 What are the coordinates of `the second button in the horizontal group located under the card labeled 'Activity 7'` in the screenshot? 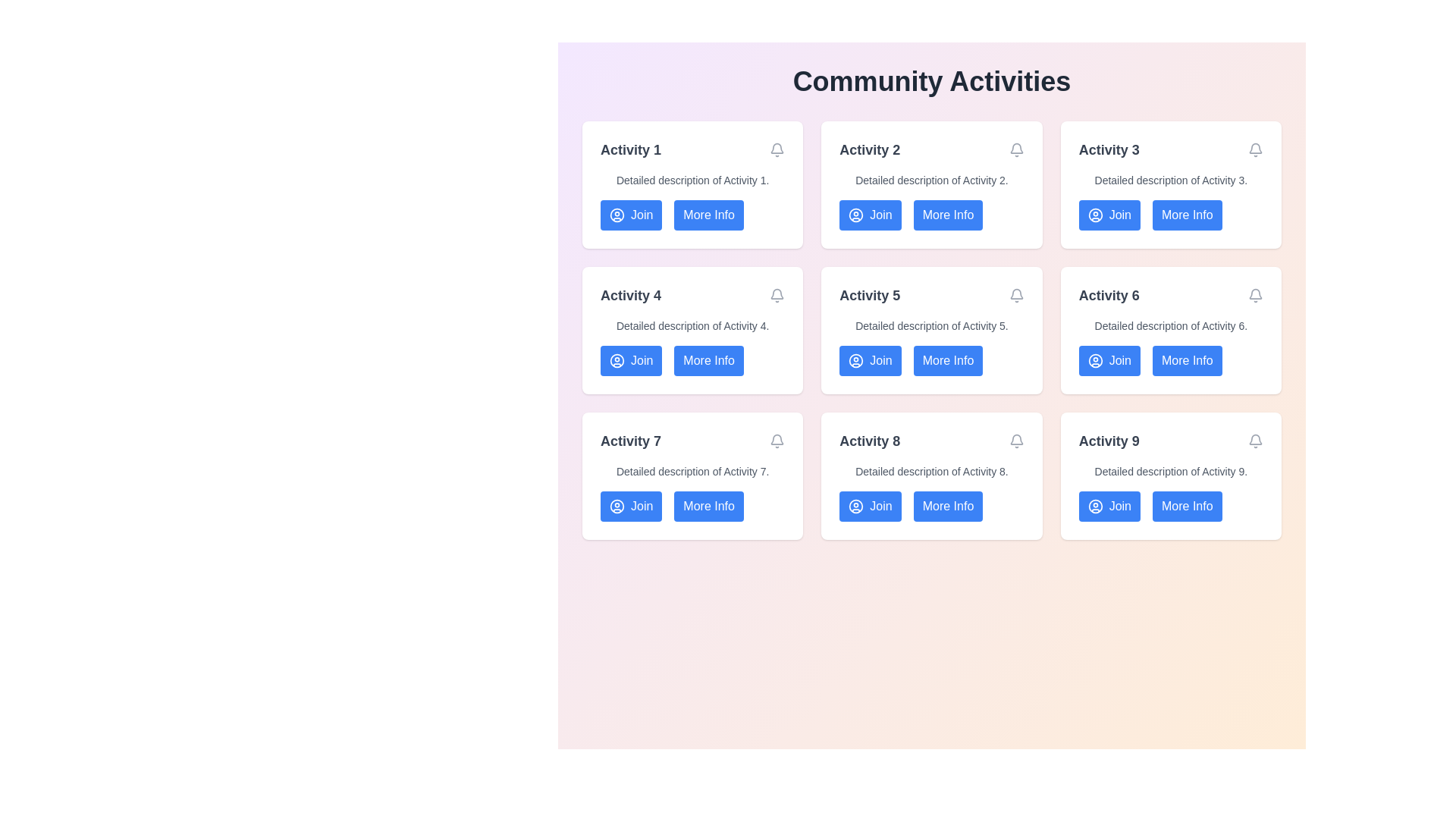 It's located at (708, 506).